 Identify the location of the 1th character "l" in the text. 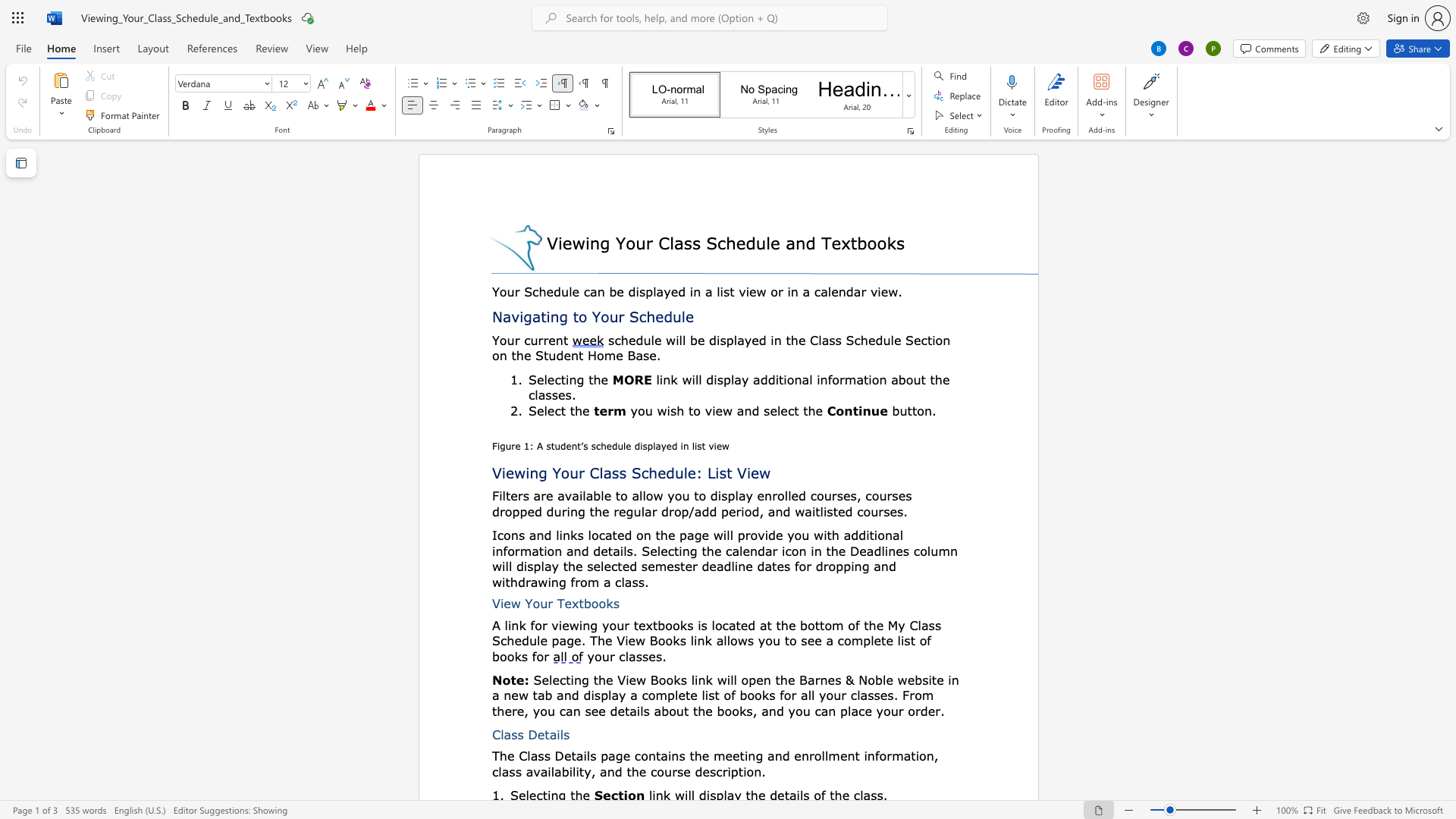
(536, 394).